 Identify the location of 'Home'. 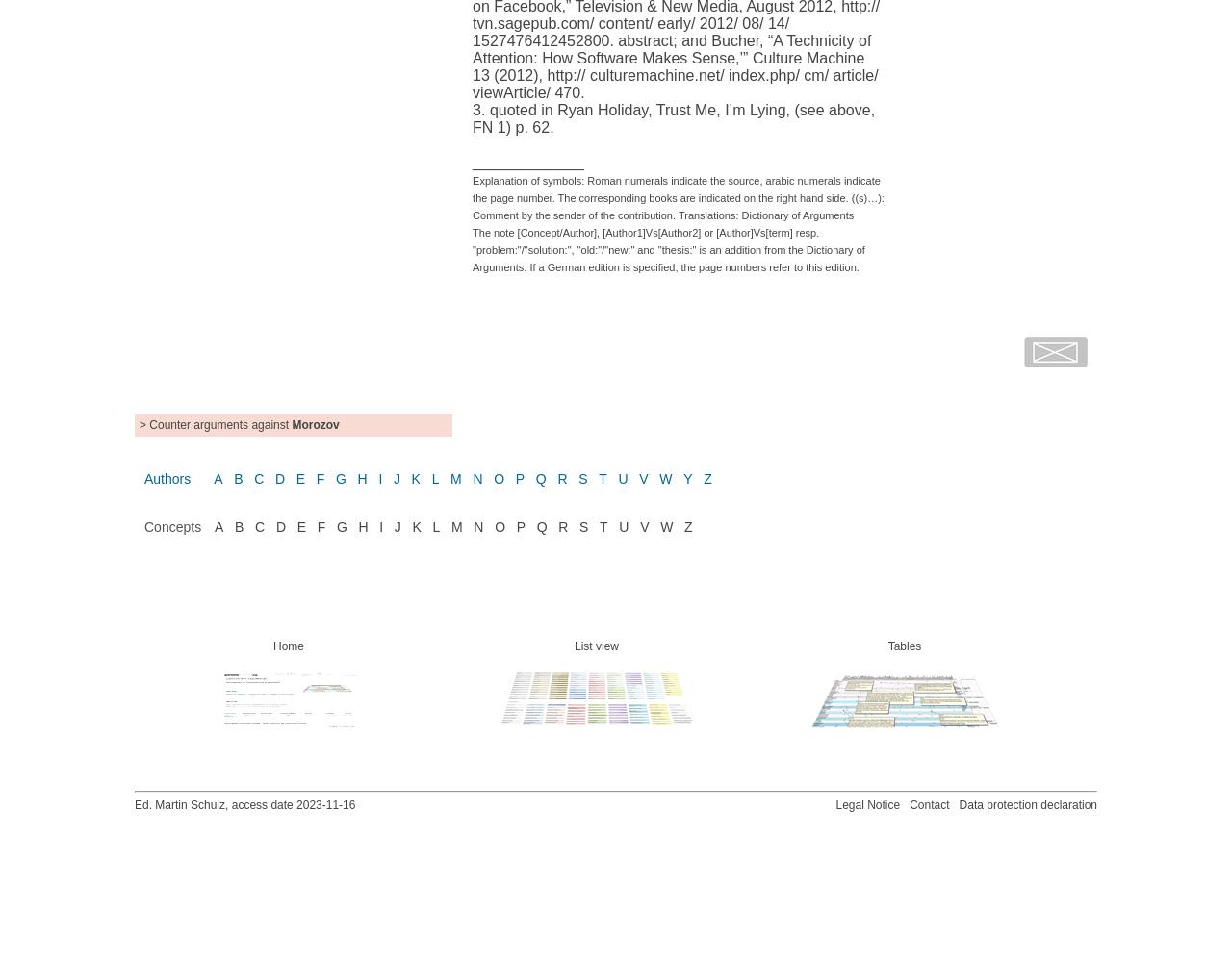
(287, 646).